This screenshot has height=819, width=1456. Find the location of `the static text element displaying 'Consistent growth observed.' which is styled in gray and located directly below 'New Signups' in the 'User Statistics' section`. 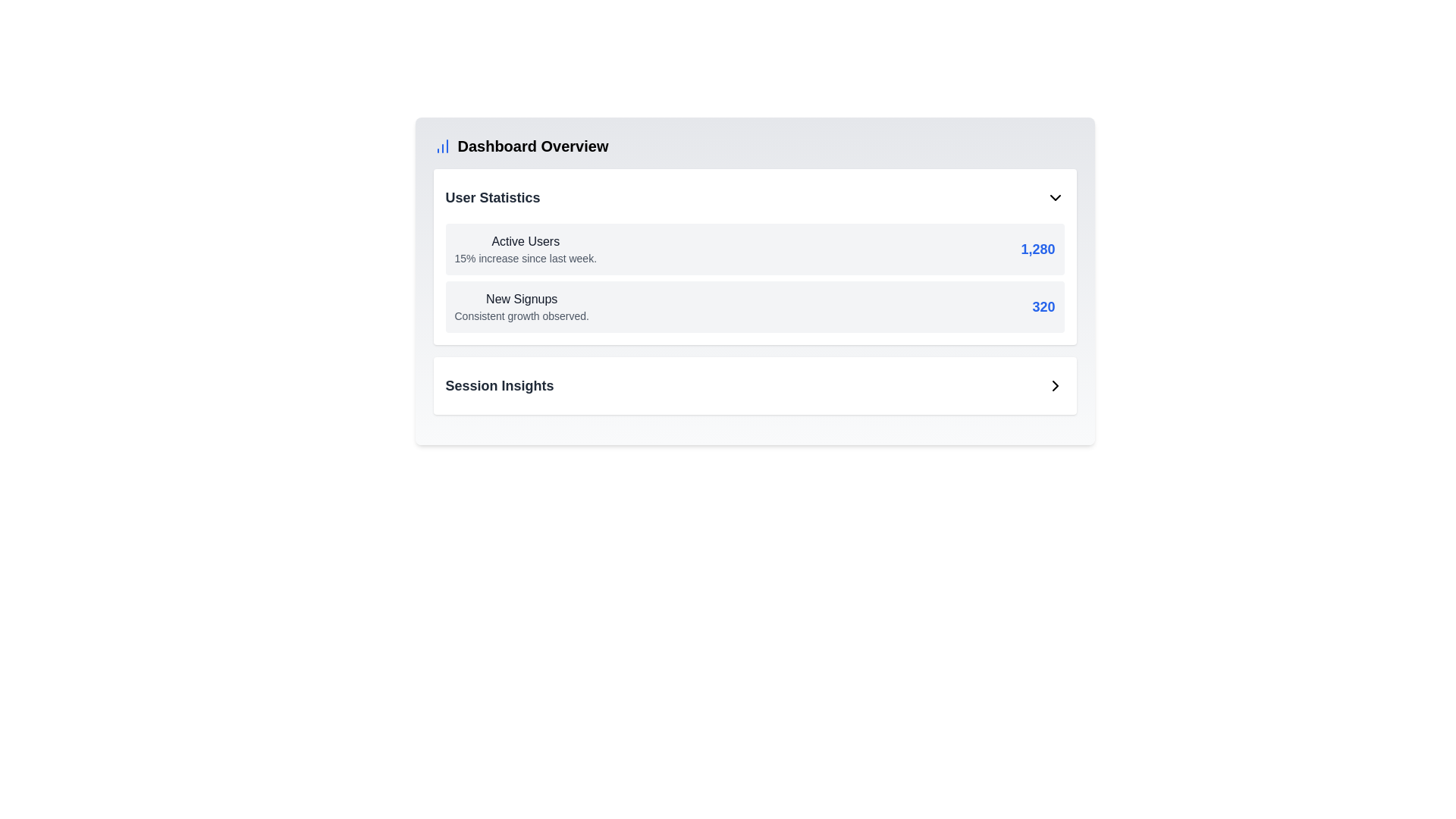

the static text element displaying 'Consistent growth observed.' which is styled in gray and located directly below 'New Signups' in the 'User Statistics' section is located at coordinates (522, 315).